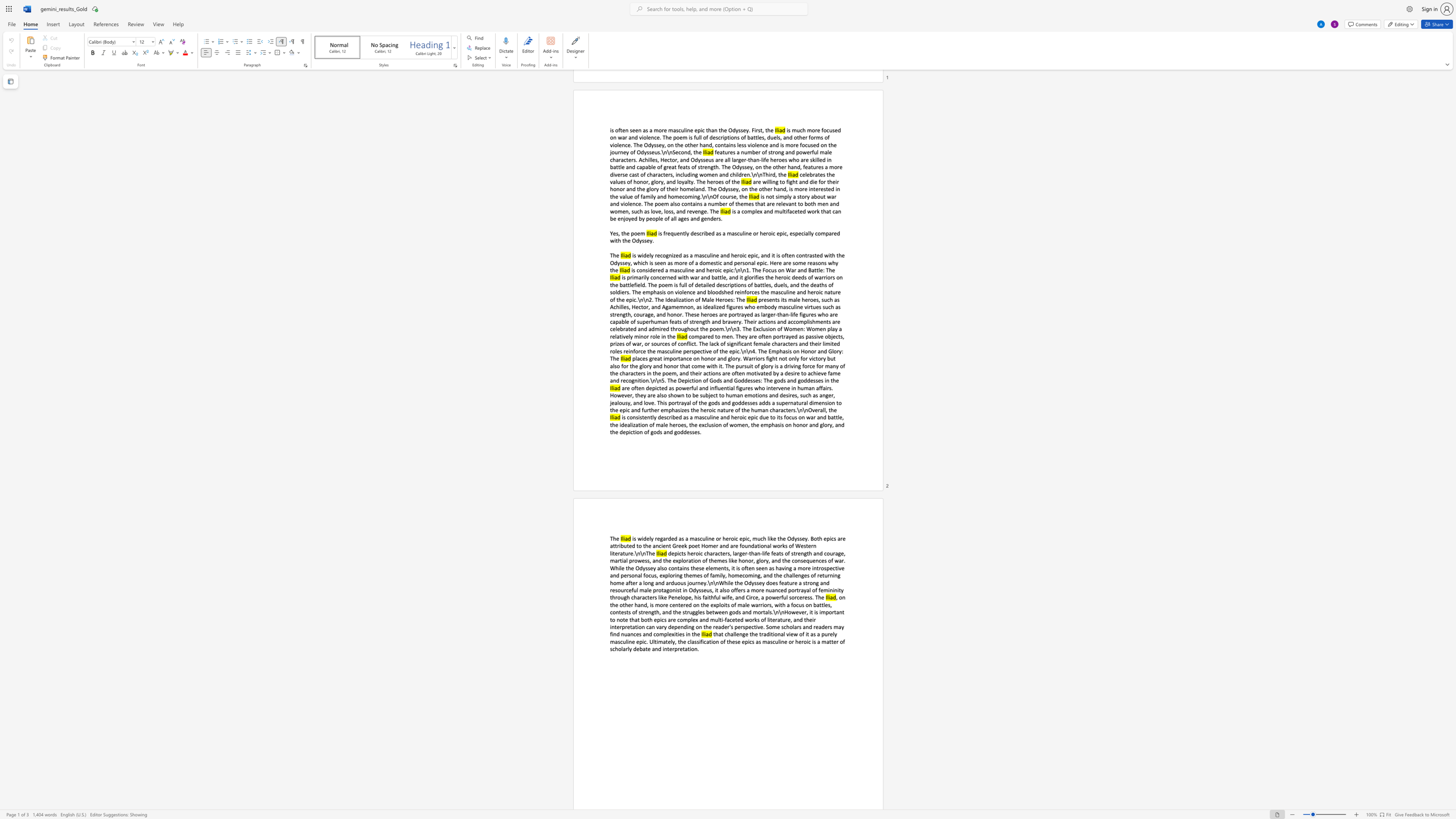 This screenshot has height=819, width=1456. I want to click on the subset text "rded as a masculine or heroic epic, much like the Odyssey. Both epics are attributed to the ancient Greek poet Homer and are foundational" within the text "is widely regarded as a masculine or heroic epic, much like the Odyssey. Both epics are attributed to the ancient Greek poet Homer and are foundational works of Western literature.\n\nThe", so click(665, 538).